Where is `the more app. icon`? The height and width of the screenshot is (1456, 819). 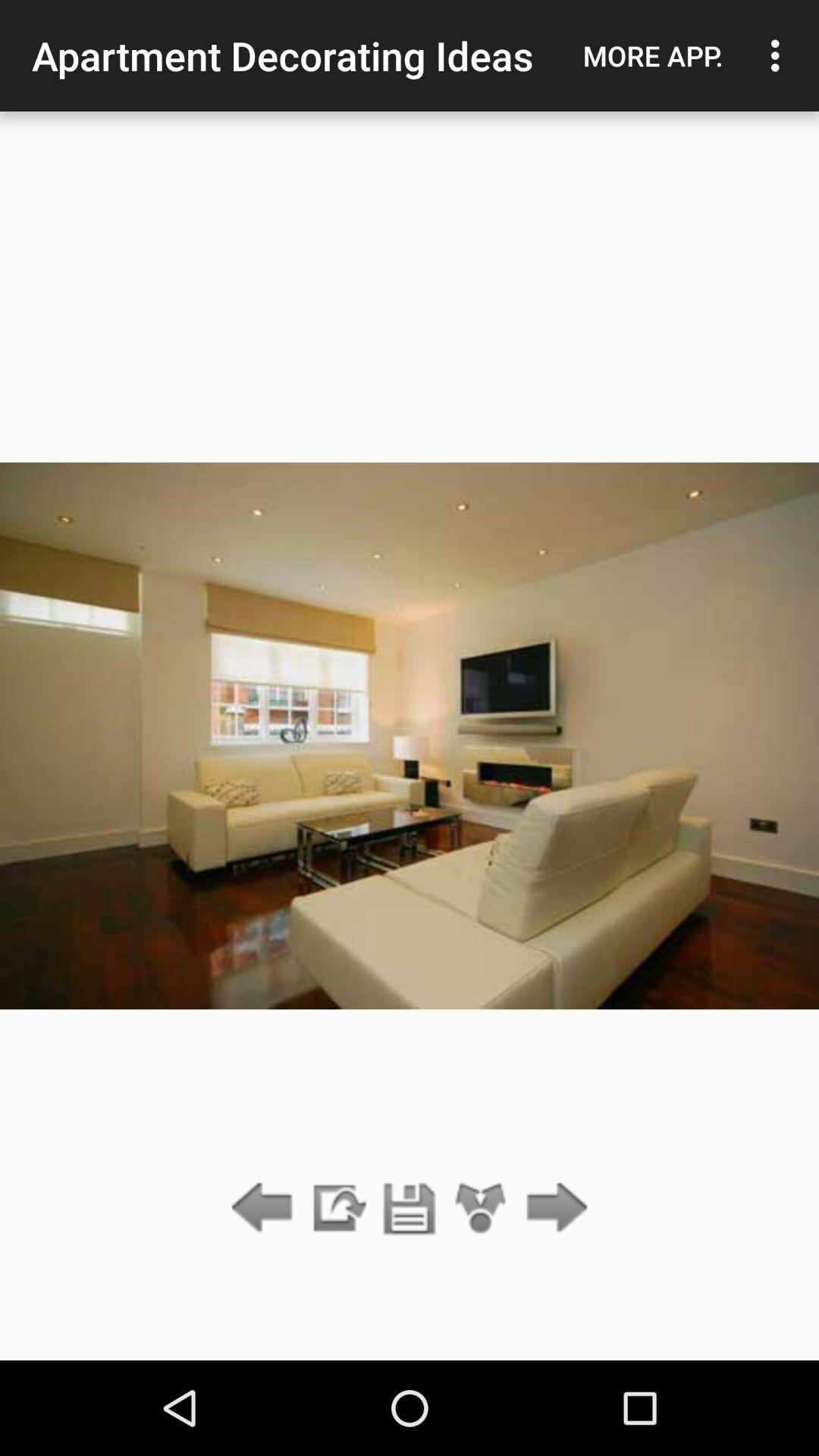 the more app. icon is located at coordinates (652, 55).